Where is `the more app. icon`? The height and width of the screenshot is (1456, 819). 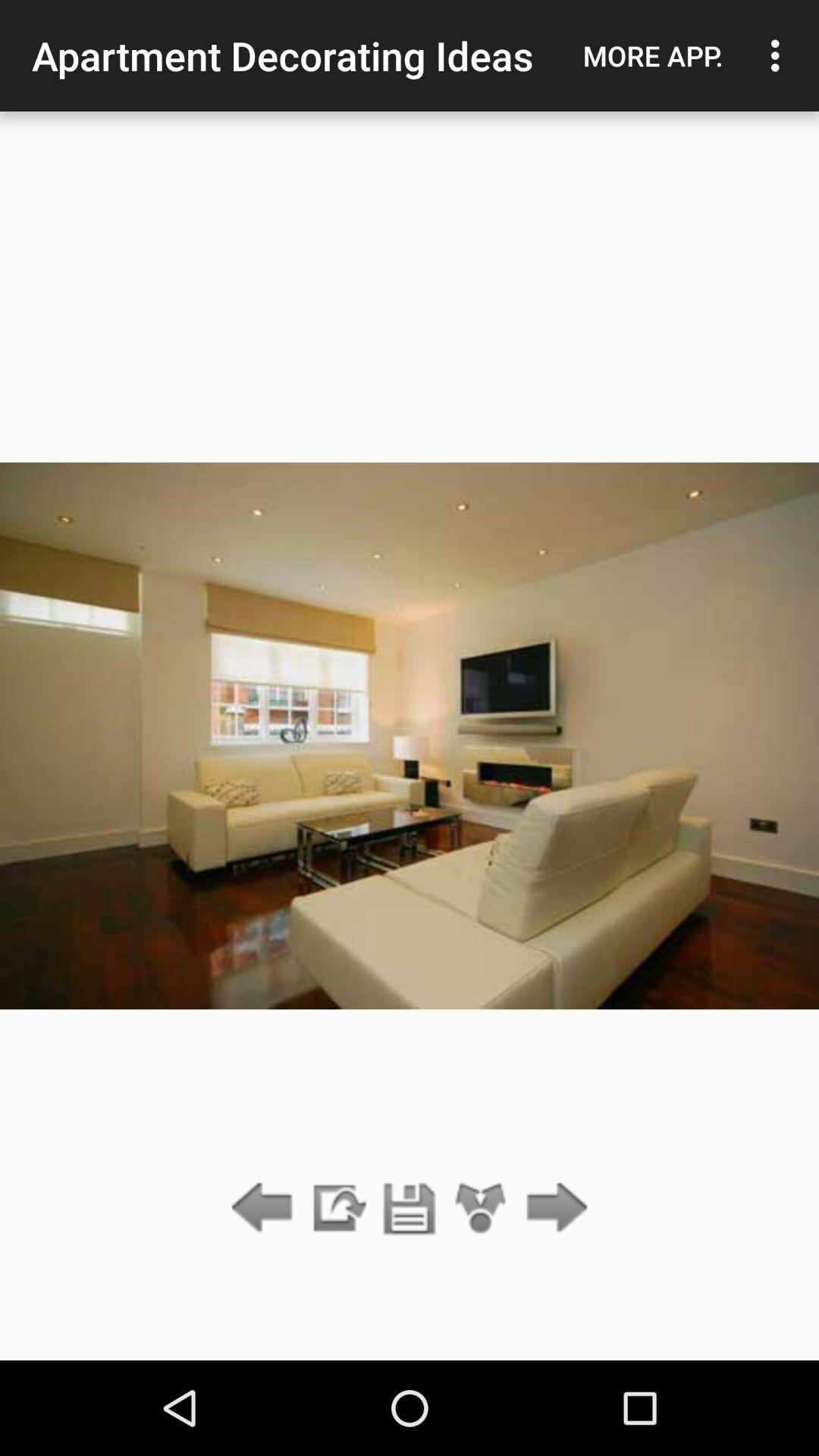 the more app. icon is located at coordinates (652, 55).